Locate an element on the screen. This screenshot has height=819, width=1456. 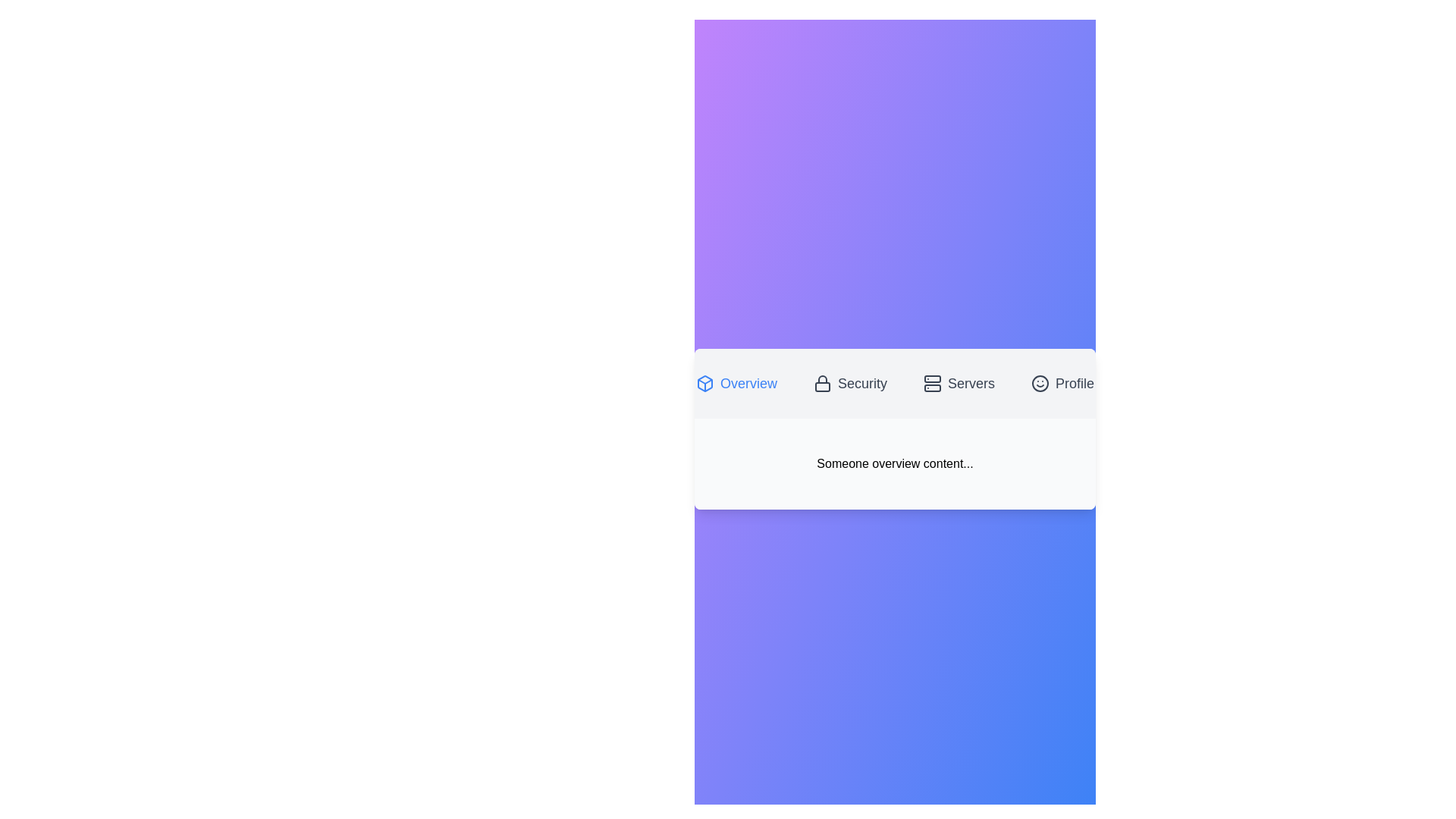
the smiling face icon located in the 'Profile' menu option at the far-right end of the horizontal navigation bar is located at coordinates (1040, 382).